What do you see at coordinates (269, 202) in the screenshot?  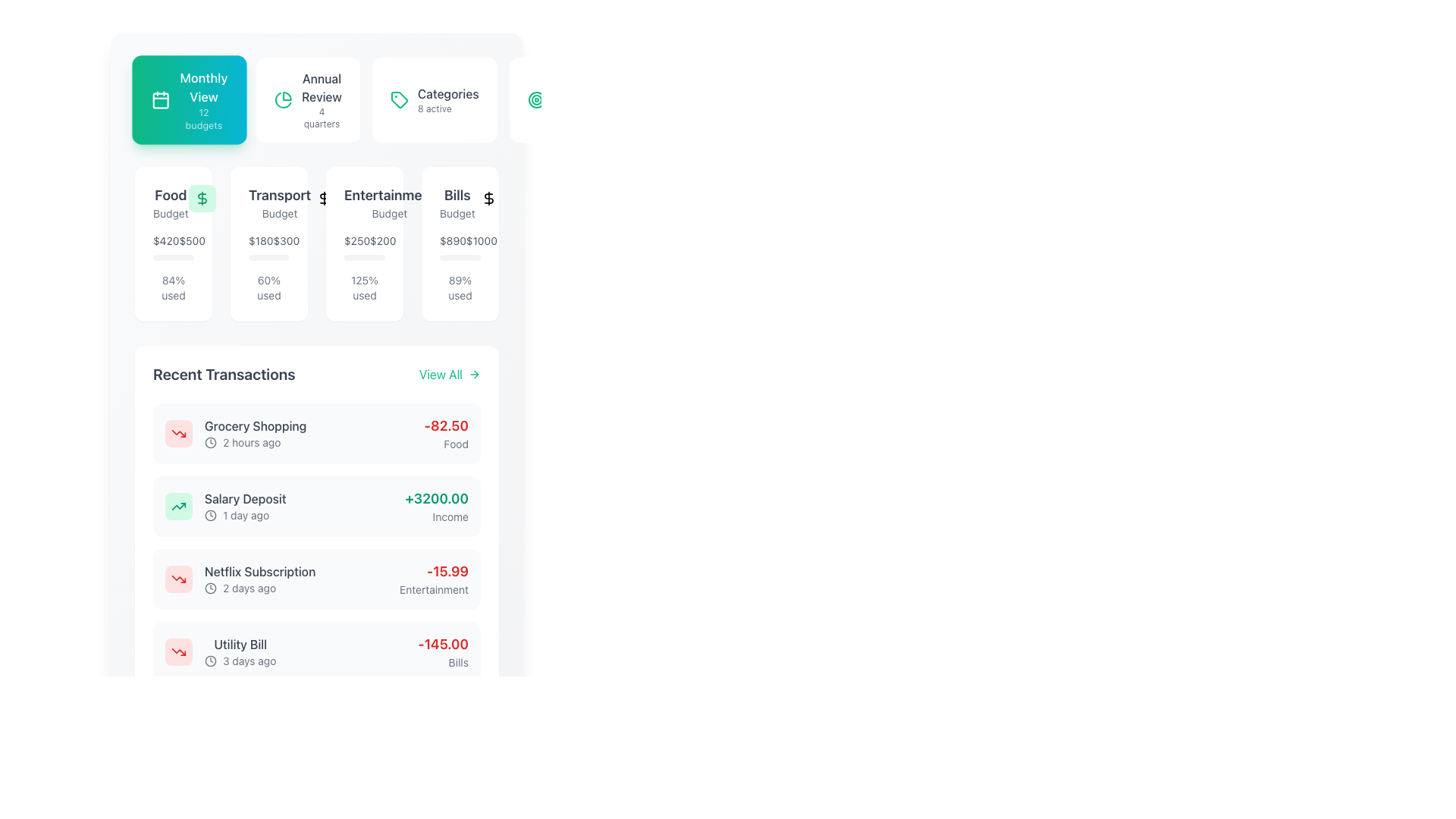 I see `the Text Label that indicates the budget category 'Transport', which is located in the top section of the second budget card from the left` at bounding box center [269, 202].